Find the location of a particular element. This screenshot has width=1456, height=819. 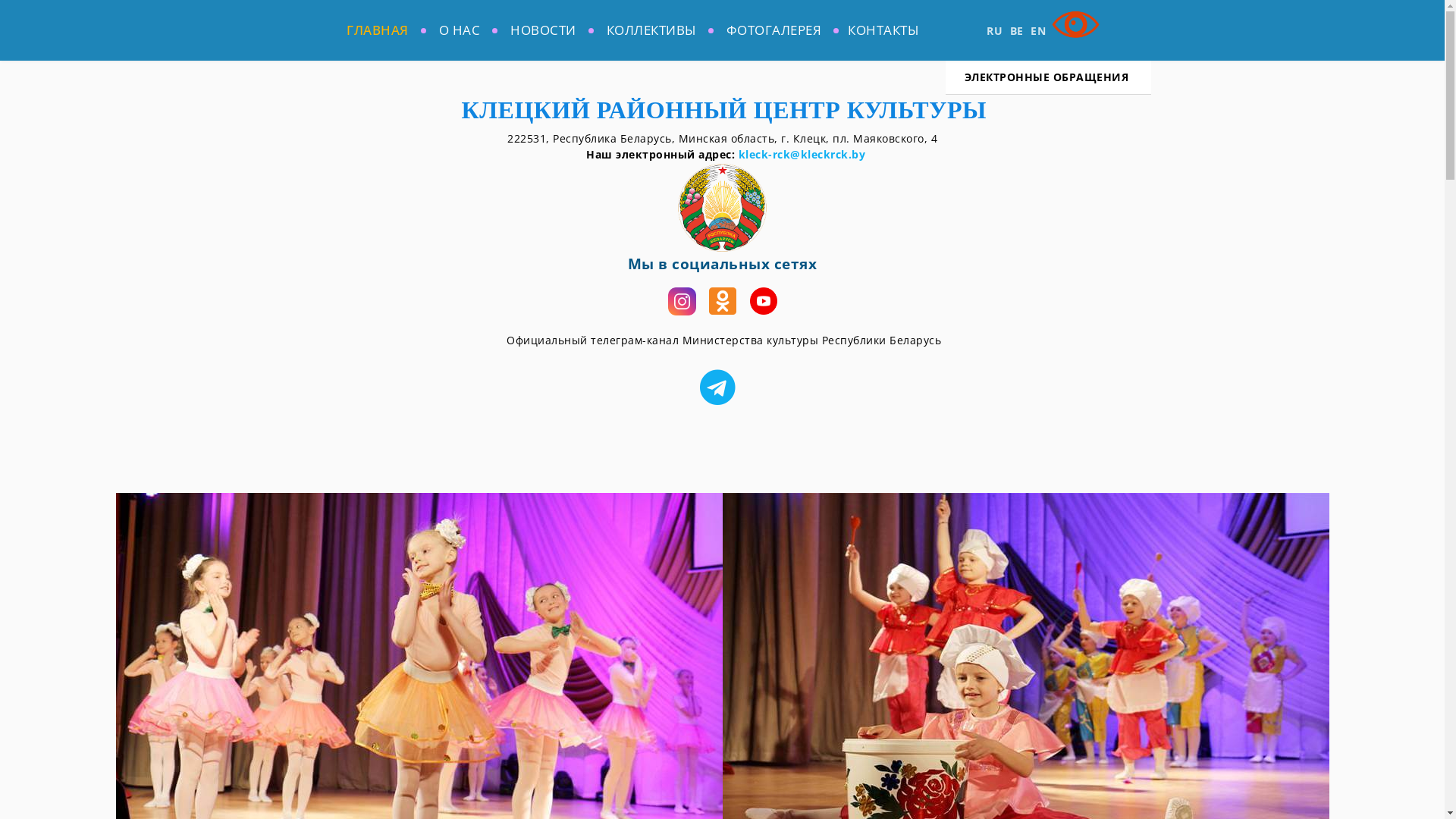

'RU' is located at coordinates (994, 30).